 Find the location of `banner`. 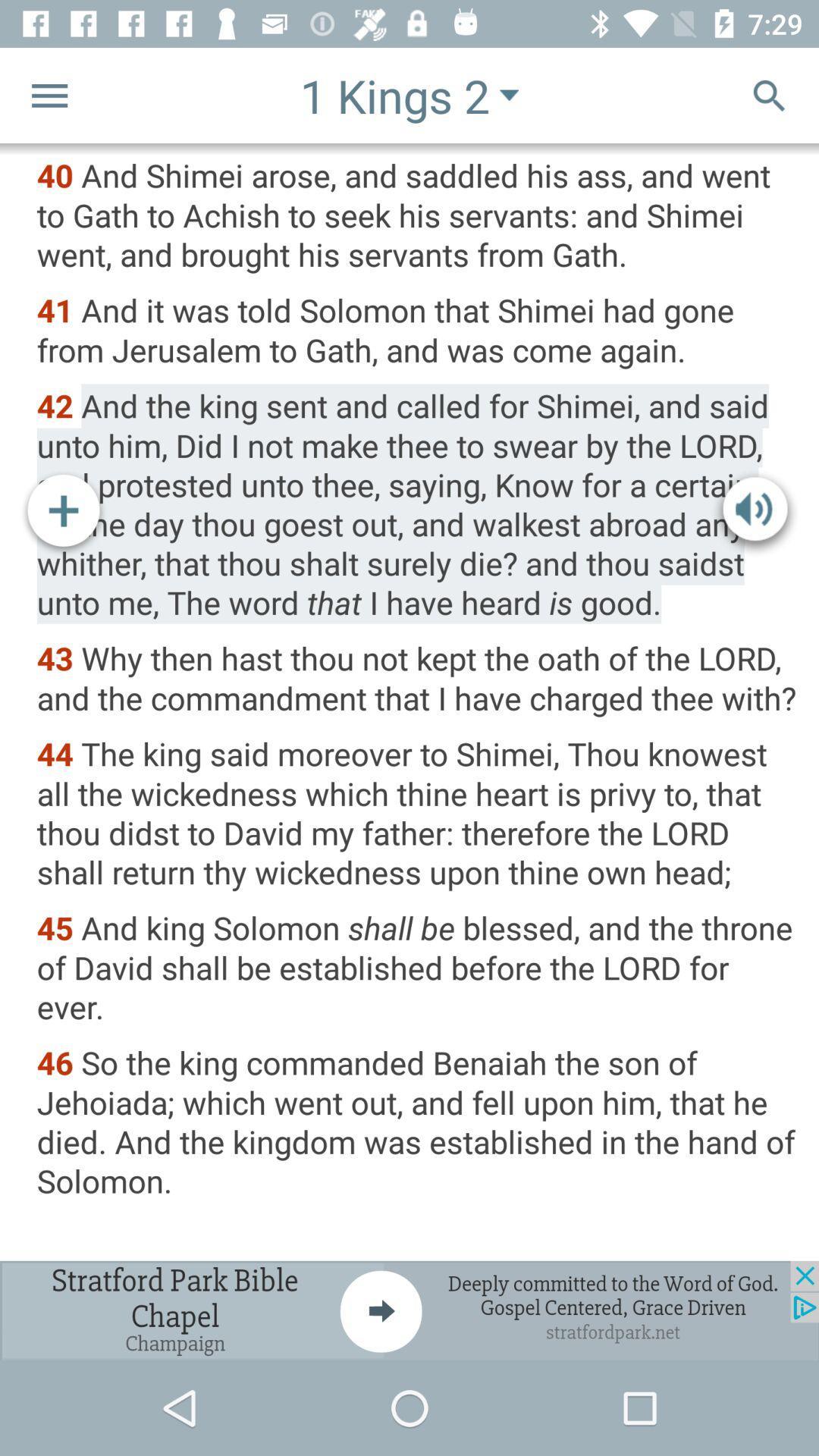

banner is located at coordinates (409, 1310).